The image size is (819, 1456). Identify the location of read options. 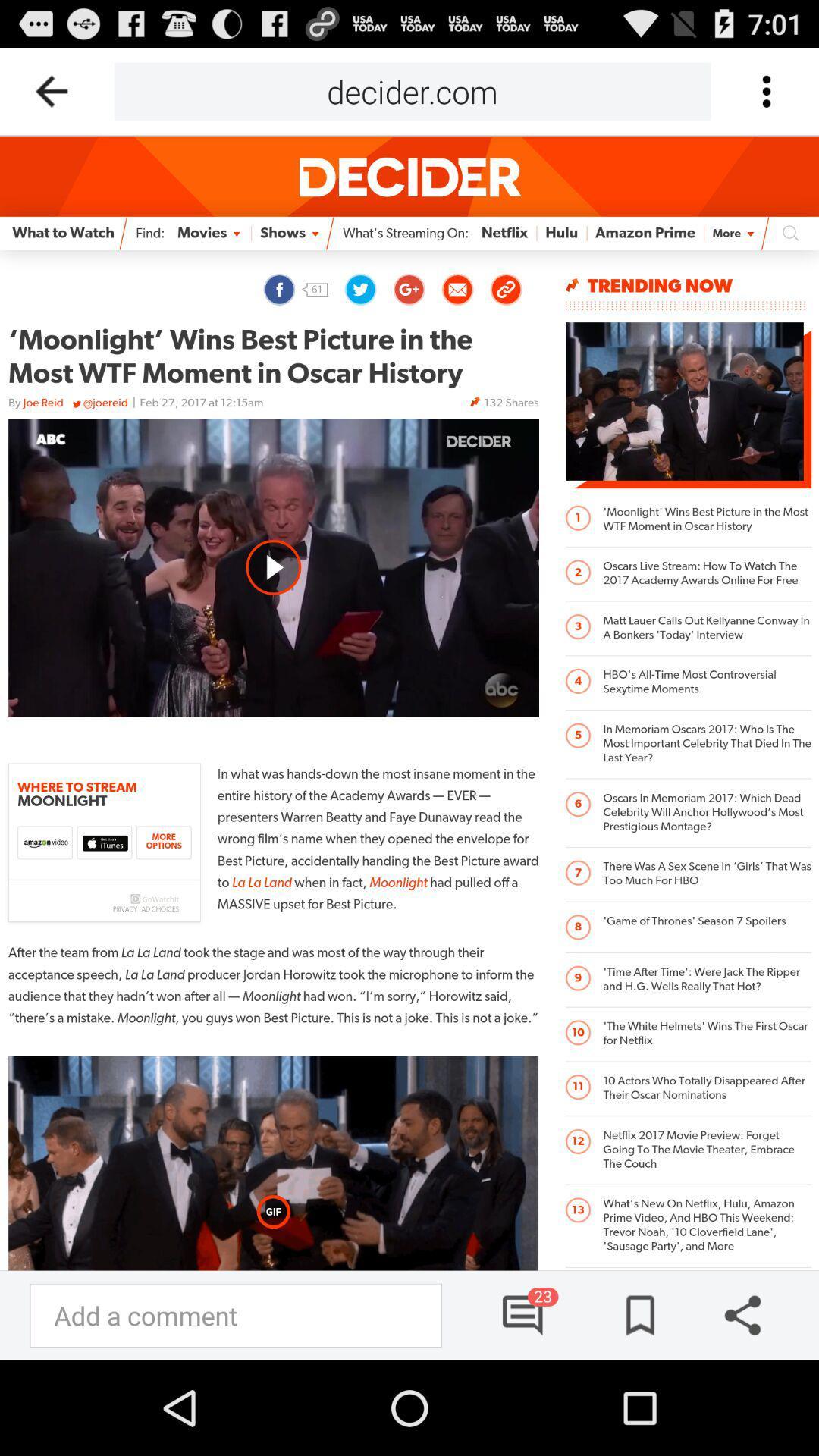
(765, 90).